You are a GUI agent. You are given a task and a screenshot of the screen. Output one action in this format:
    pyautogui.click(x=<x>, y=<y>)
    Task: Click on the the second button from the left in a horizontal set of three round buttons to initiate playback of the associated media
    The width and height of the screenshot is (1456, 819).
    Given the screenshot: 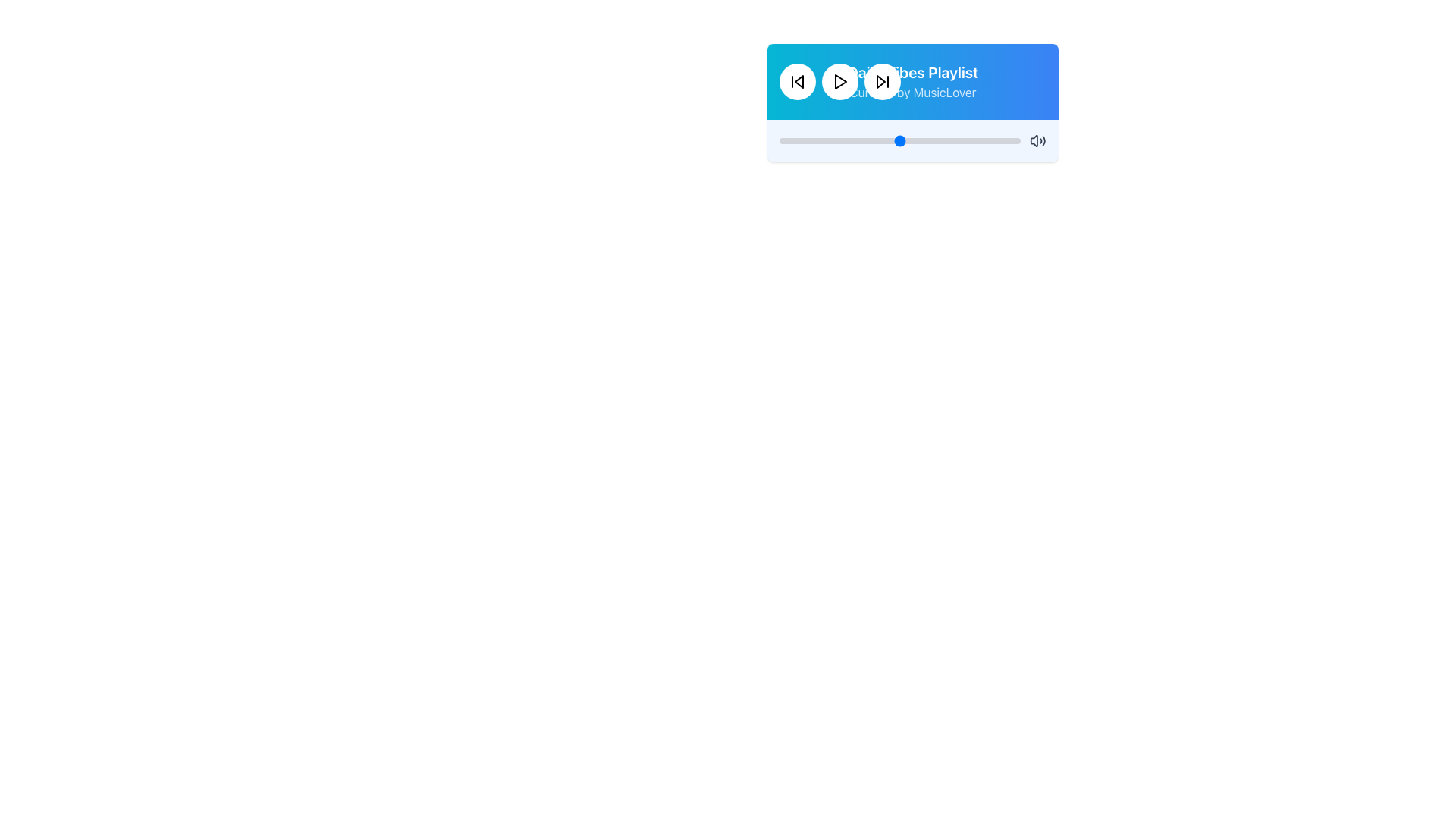 What is the action you would take?
    pyautogui.click(x=839, y=82)
    